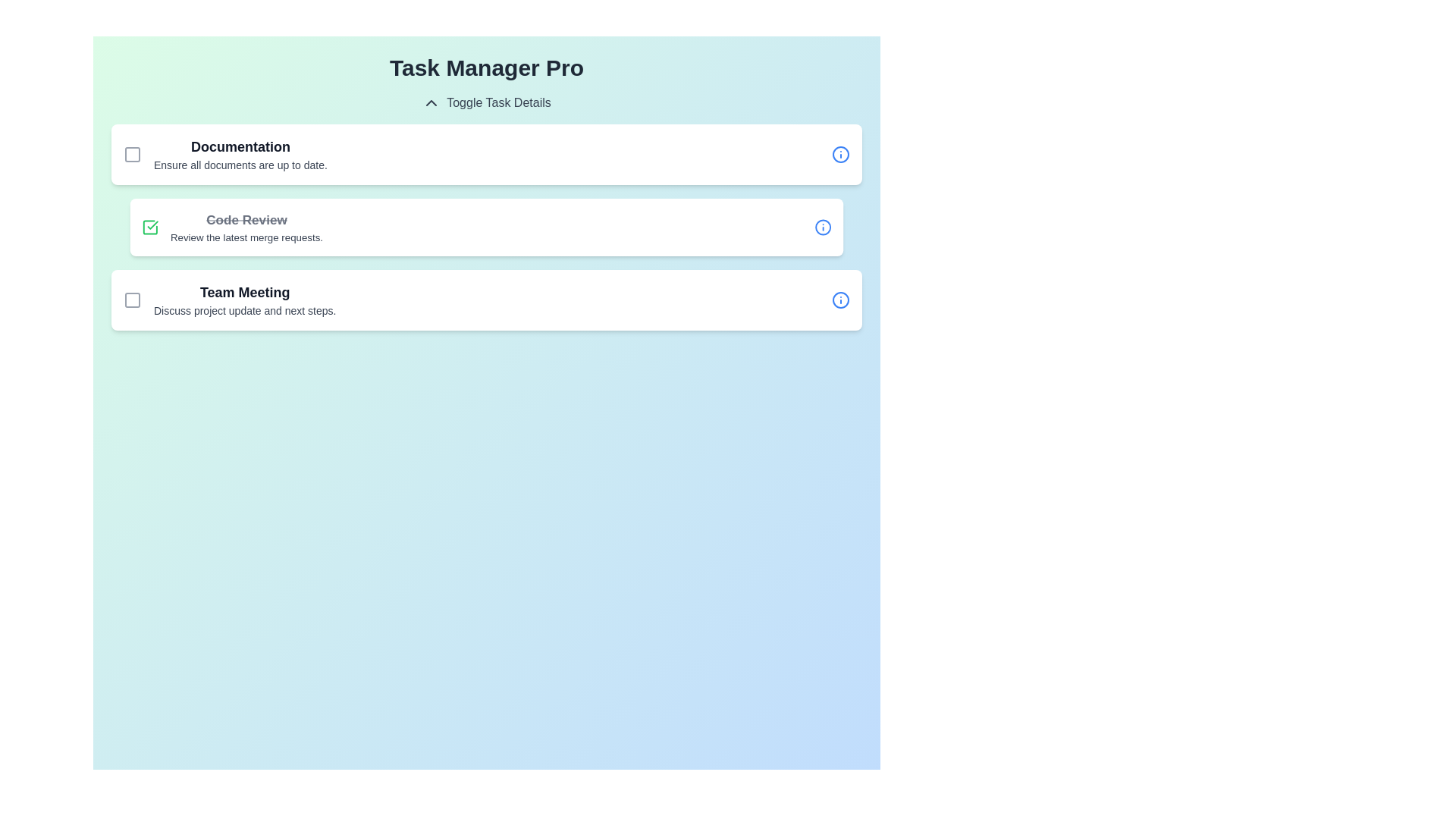 This screenshot has width=1456, height=819. What do you see at coordinates (487, 102) in the screenshot?
I see `the 'Toggle Task Details' button to toggle the task details visibility` at bounding box center [487, 102].